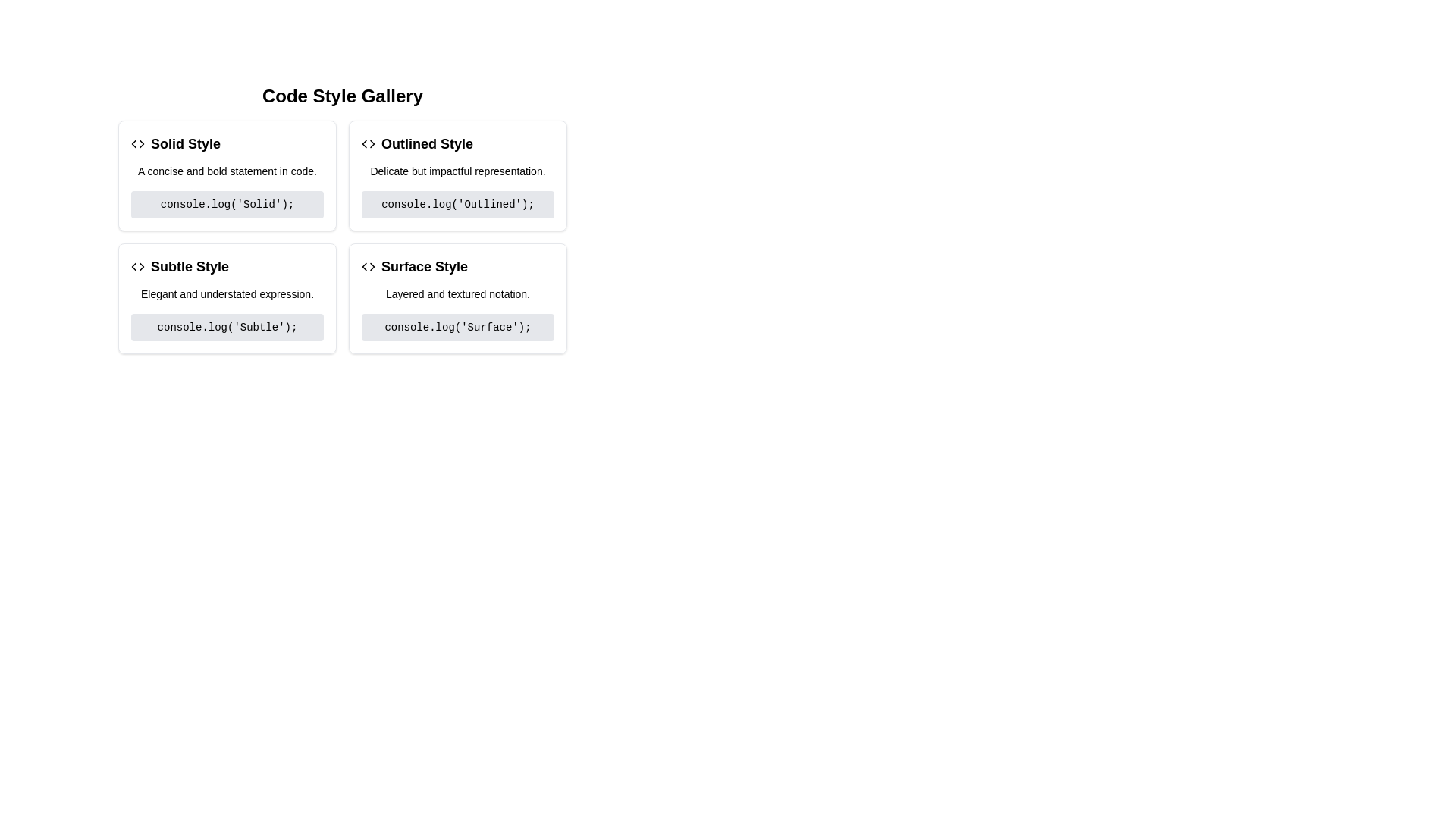  What do you see at coordinates (368, 265) in the screenshot?
I see `the SVG icon with angular brackets pointing left and right, located in the 'Surface Style' section of the 'Code Style Gallery'` at bounding box center [368, 265].